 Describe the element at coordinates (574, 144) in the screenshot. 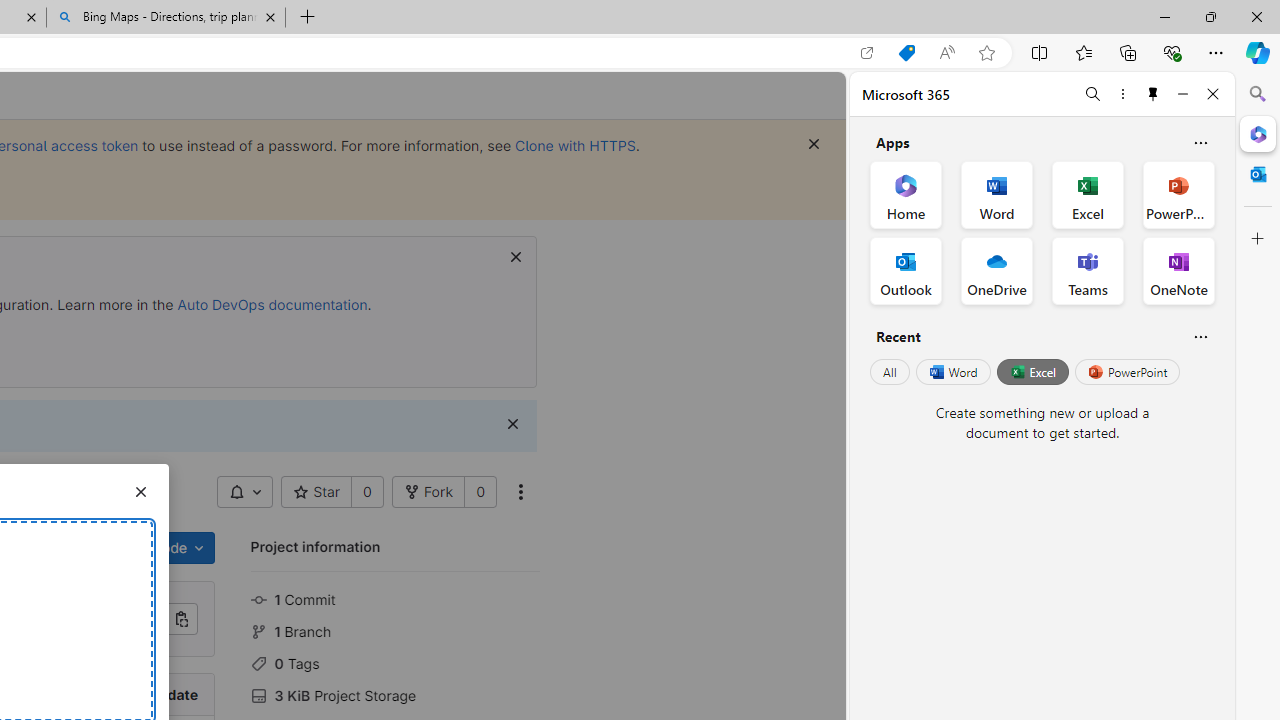

I see `'Clone with HTTPS'` at that location.